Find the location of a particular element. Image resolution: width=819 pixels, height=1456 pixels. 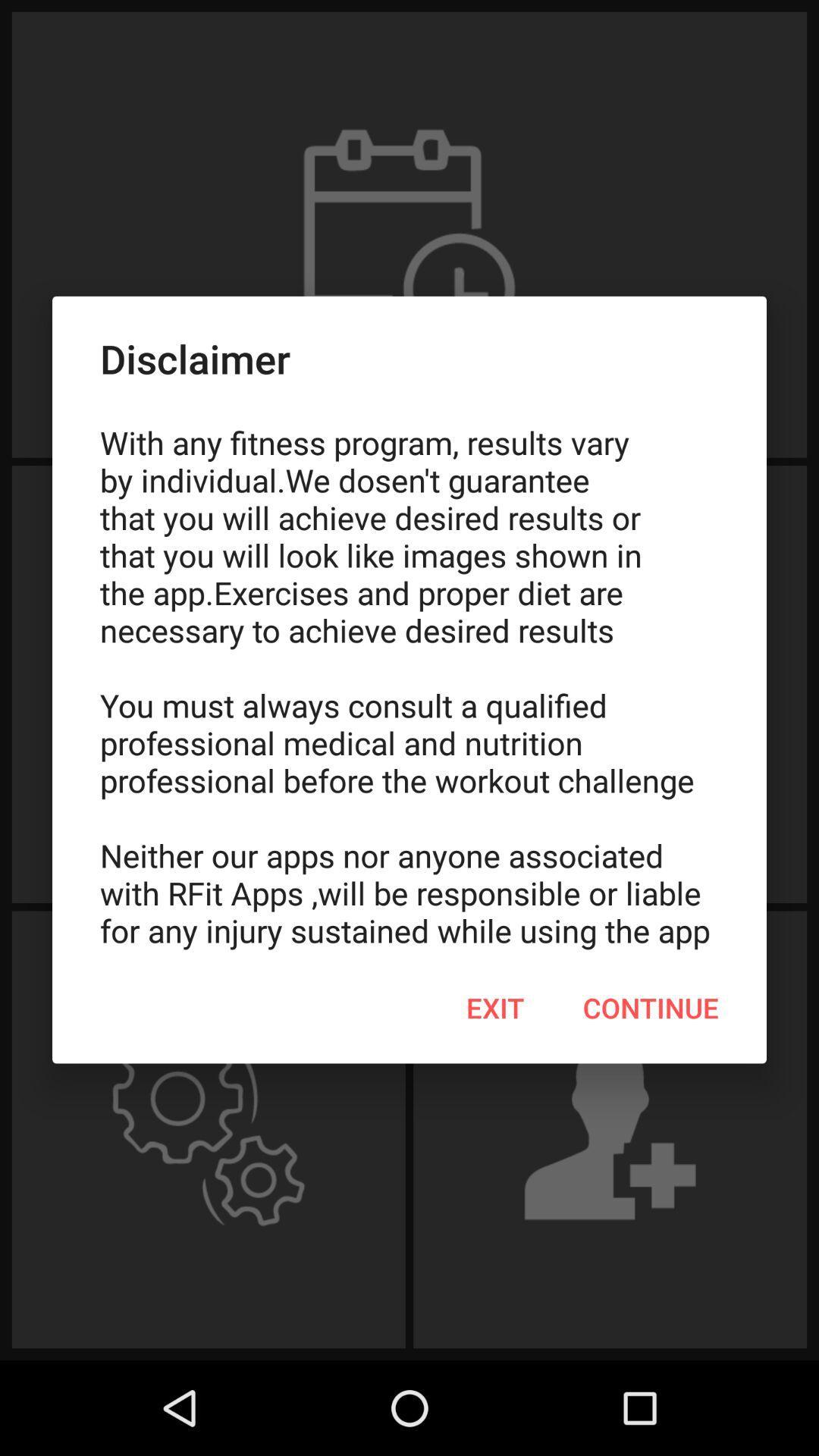

the icon below the with any fitness is located at coordinates (495, 1008).